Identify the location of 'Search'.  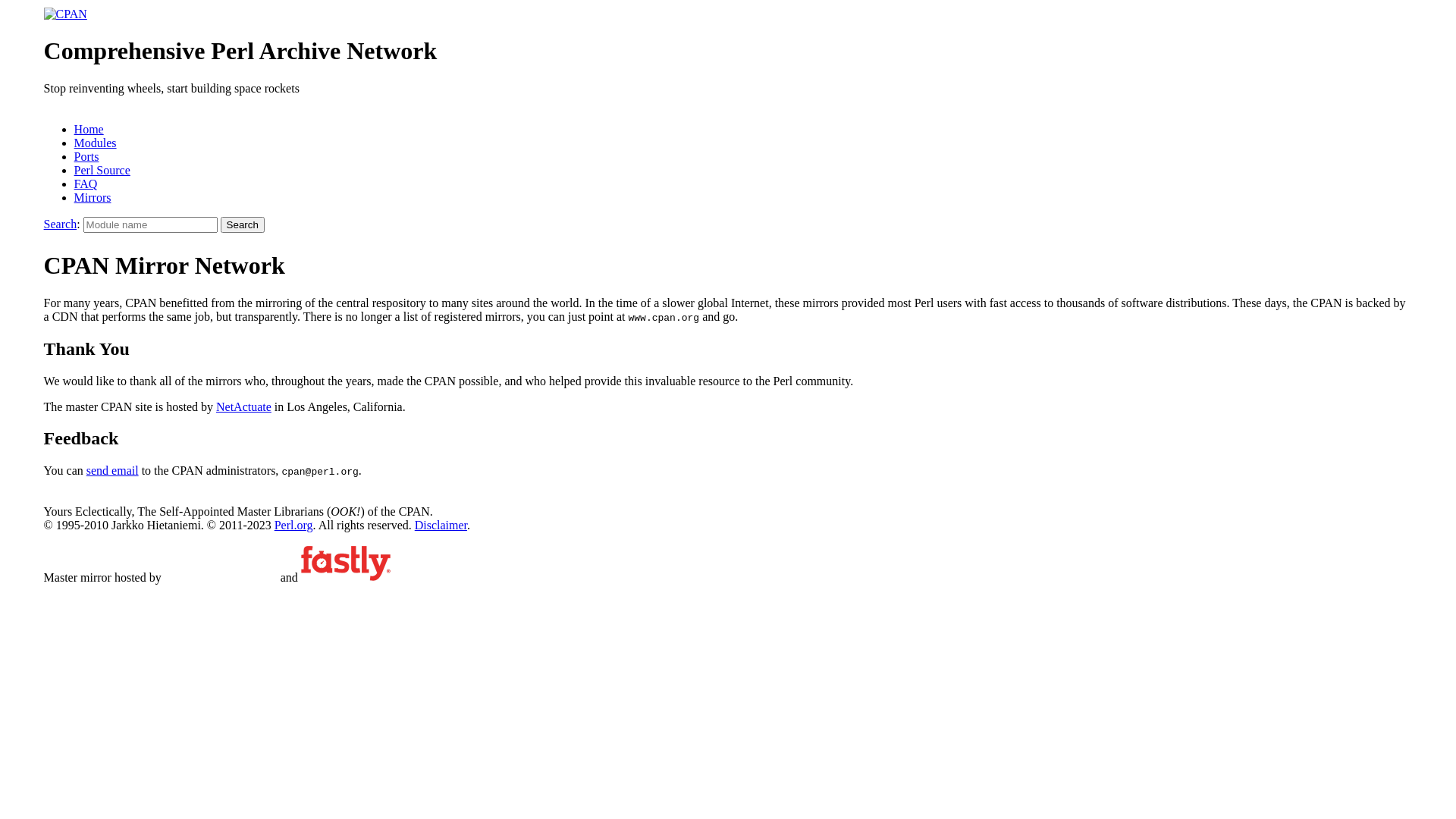
(243, 224).